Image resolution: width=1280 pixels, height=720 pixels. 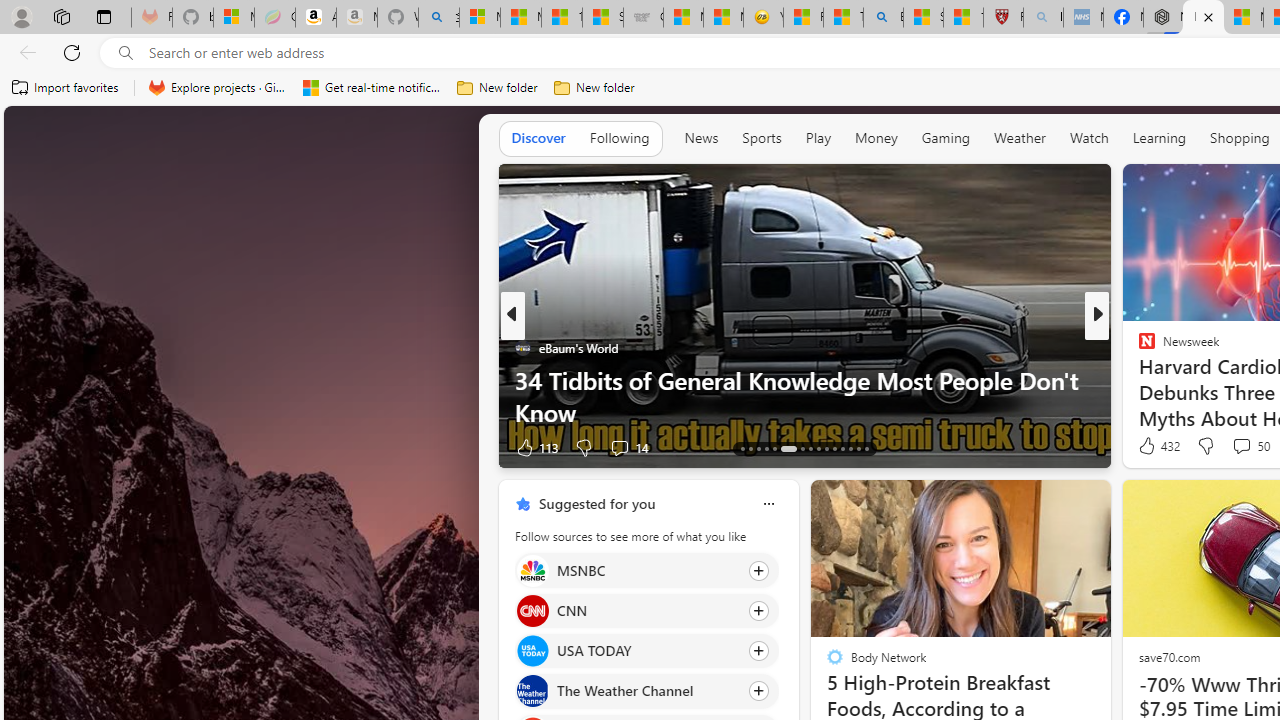 I want to click on 'Money', so click(x=876, y=137).